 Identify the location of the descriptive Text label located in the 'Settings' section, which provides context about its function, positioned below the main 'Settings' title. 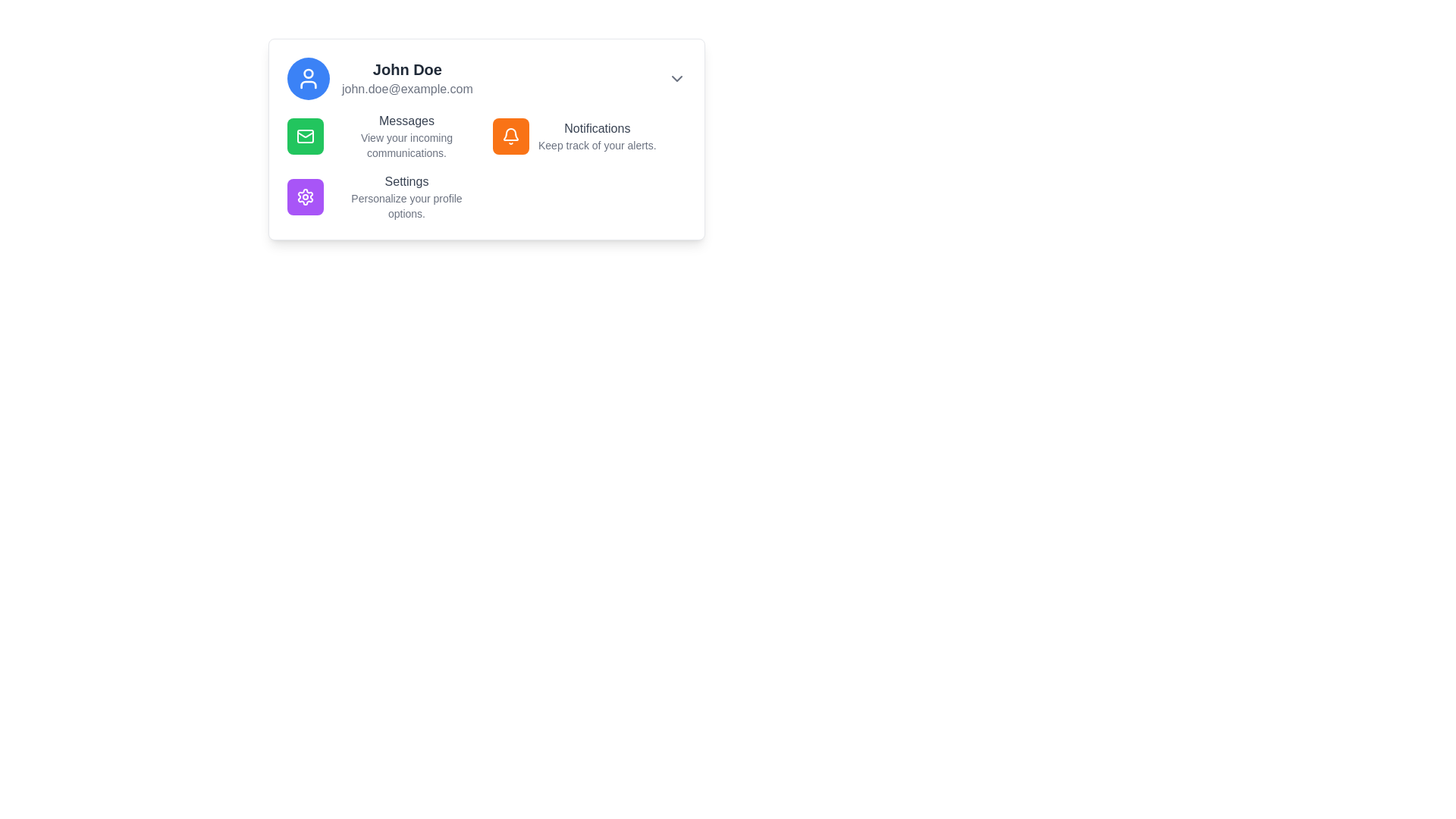
(406, 206).